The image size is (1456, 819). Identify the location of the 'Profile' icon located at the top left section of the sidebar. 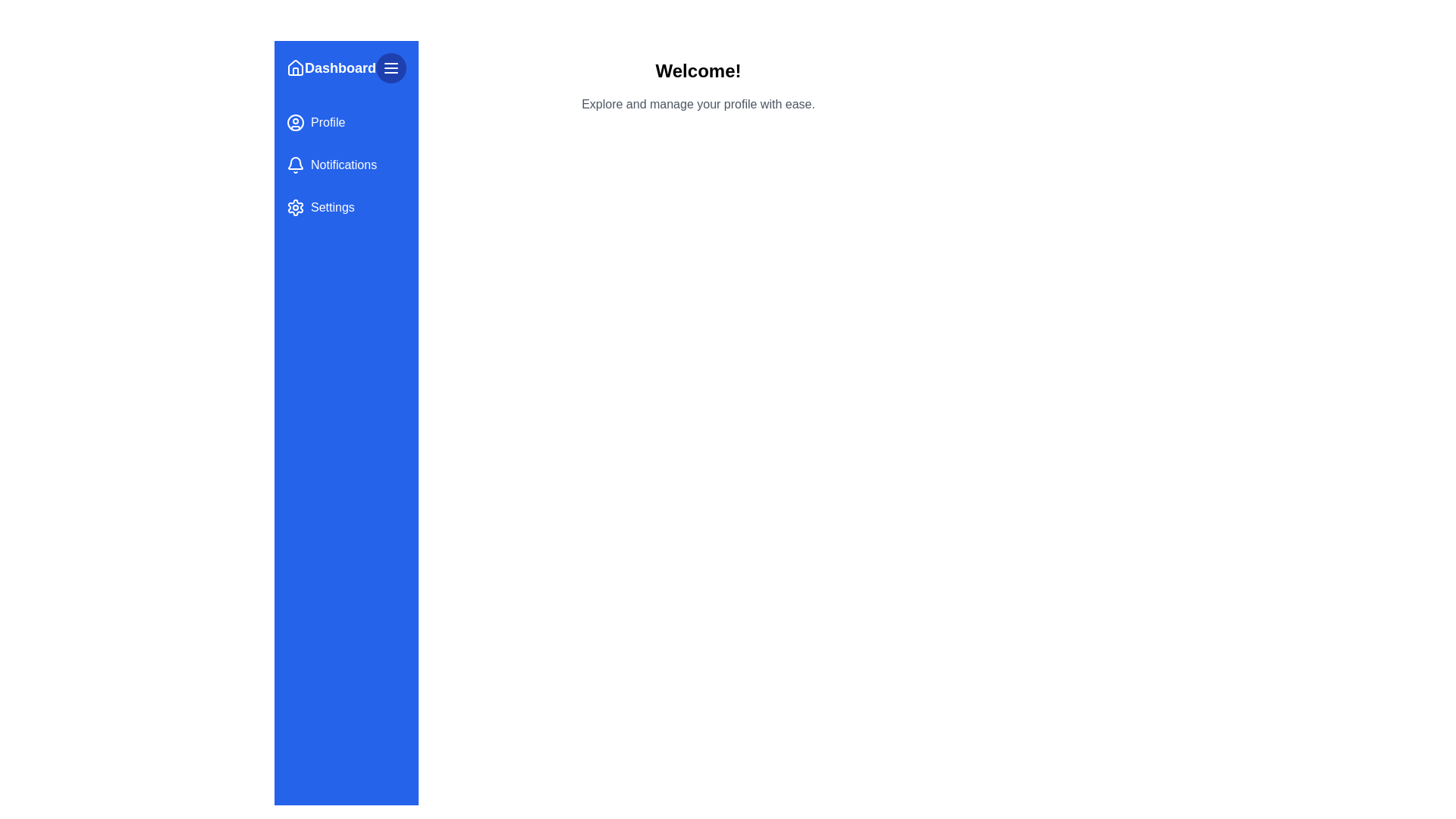
(295, 122).